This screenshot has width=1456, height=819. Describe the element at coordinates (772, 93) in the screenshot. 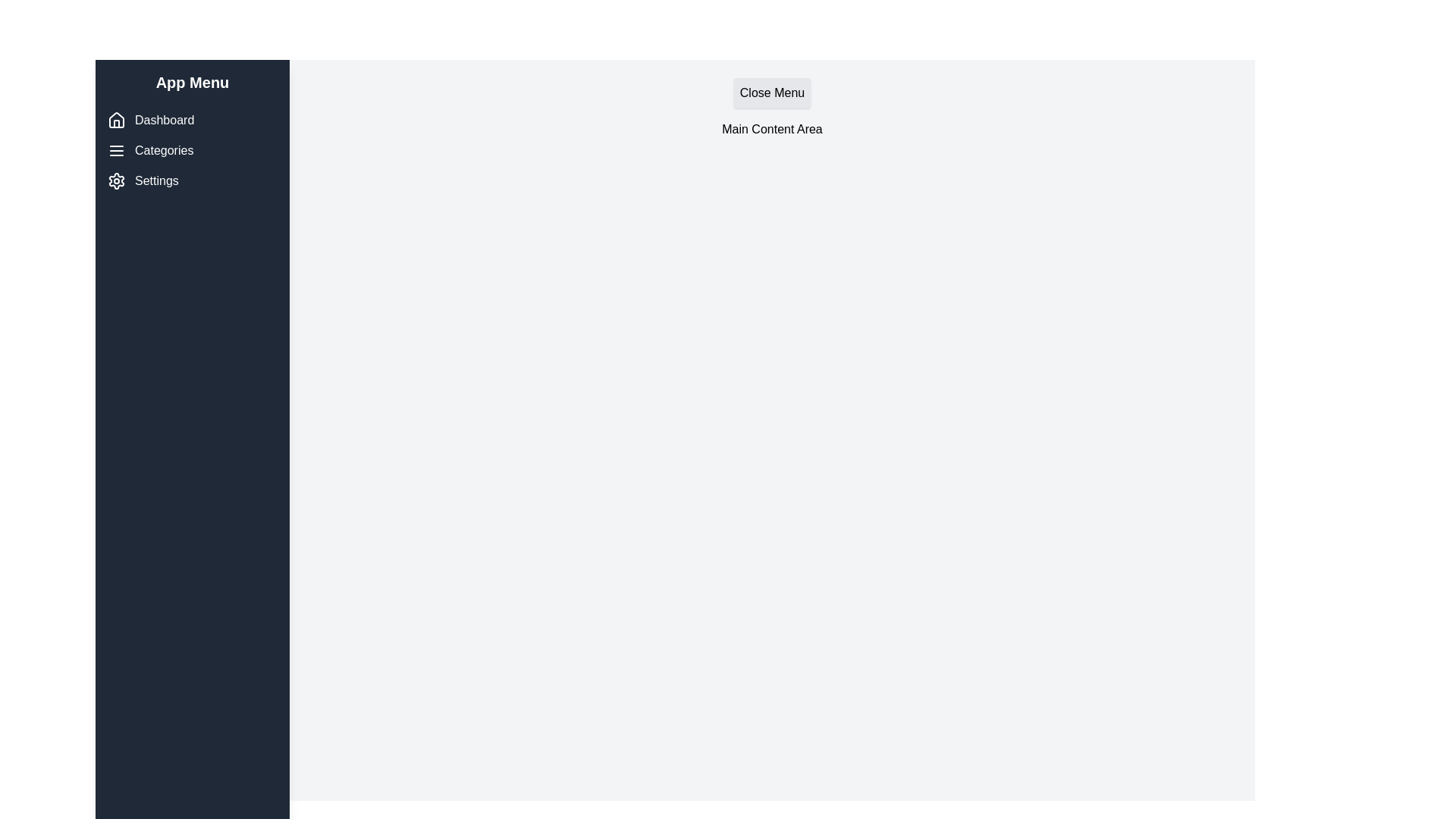

I see `the 'Close Menu' button to toggle the drawer` at that location.